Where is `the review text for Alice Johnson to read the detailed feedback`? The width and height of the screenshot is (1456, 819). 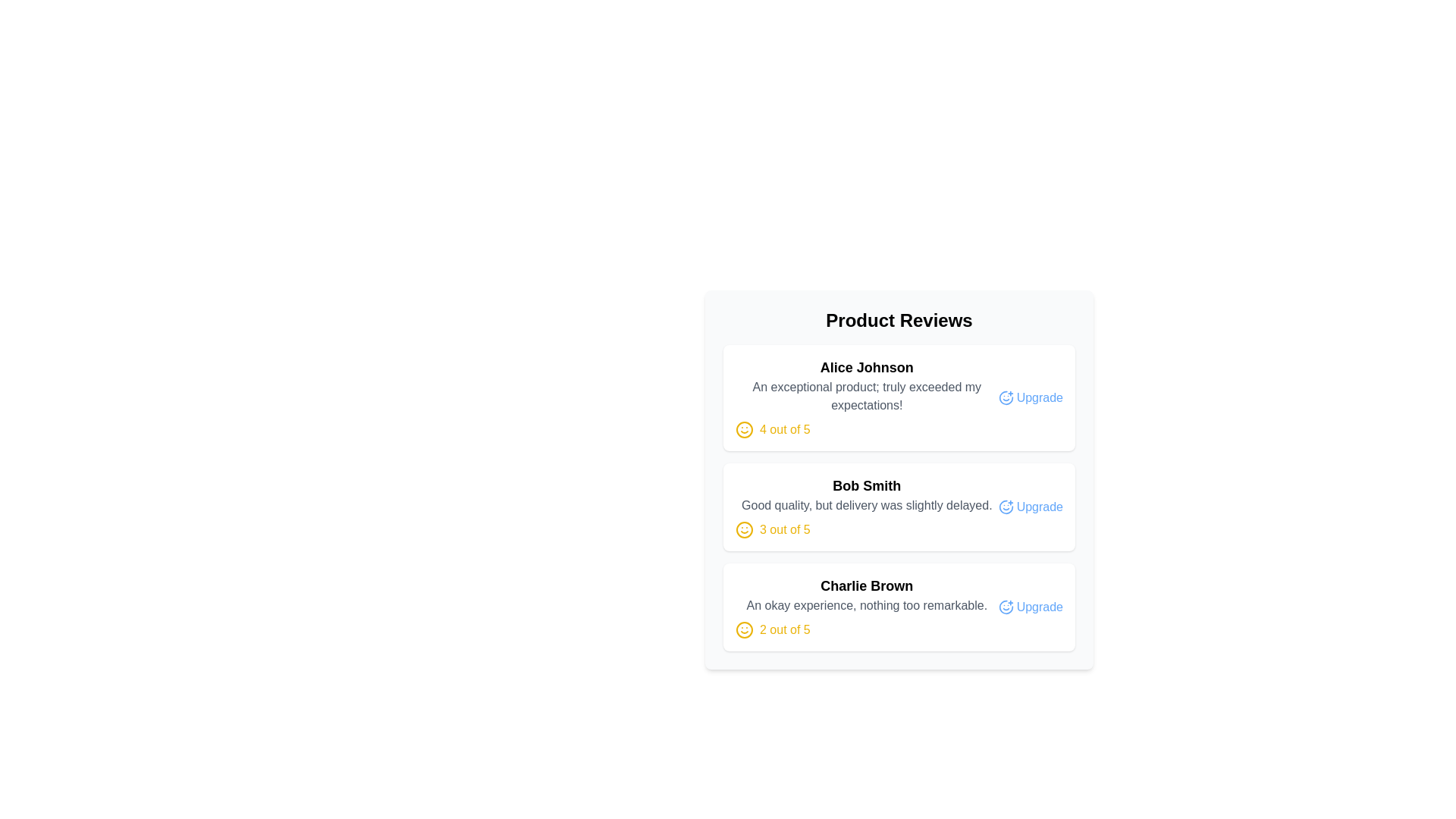 the review text for Alice Johnson to read the detailed feedback is located at coordinates (867, 396).